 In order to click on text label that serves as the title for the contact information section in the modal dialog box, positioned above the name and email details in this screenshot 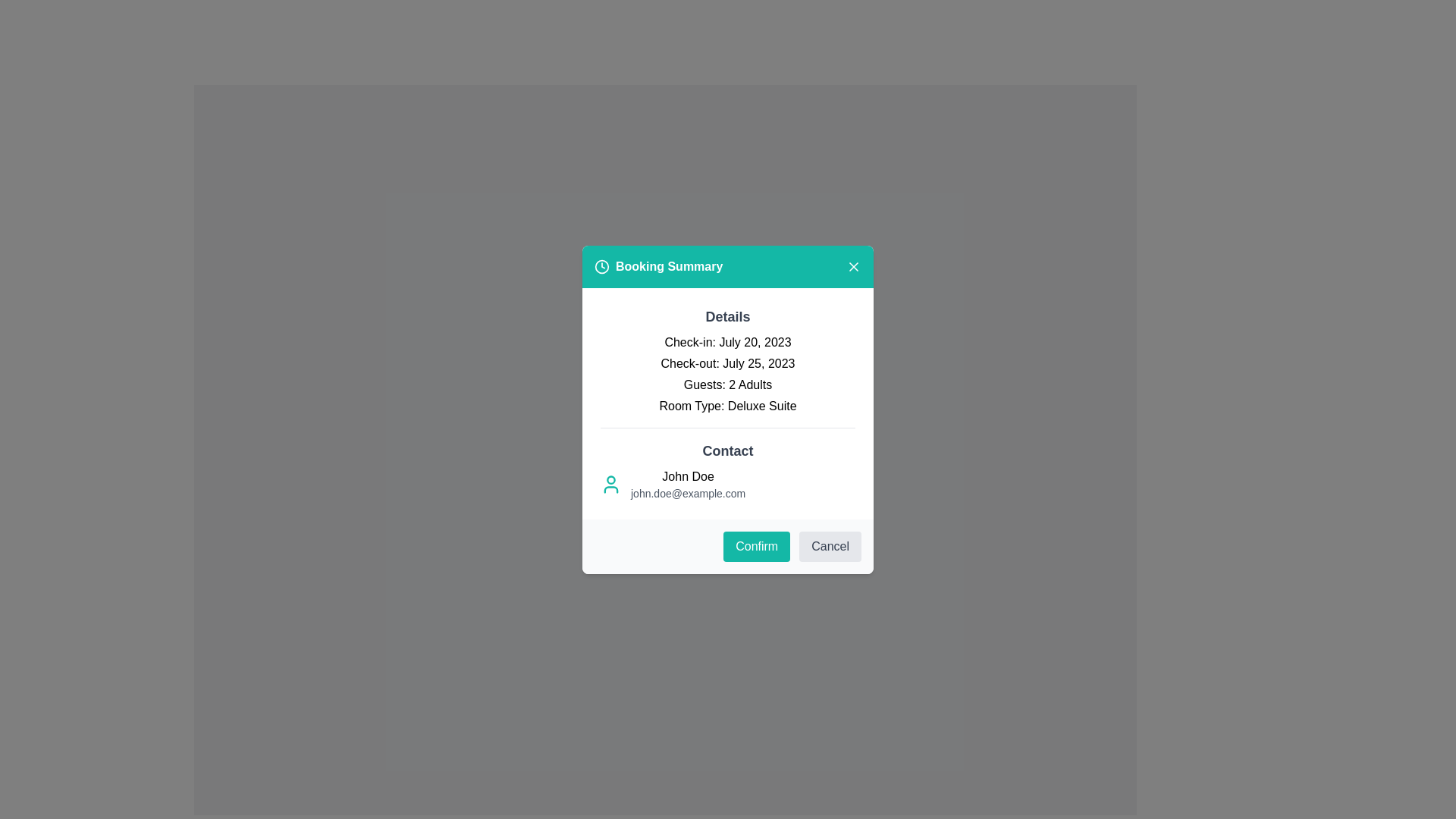, I will do `click(728, 450)`.